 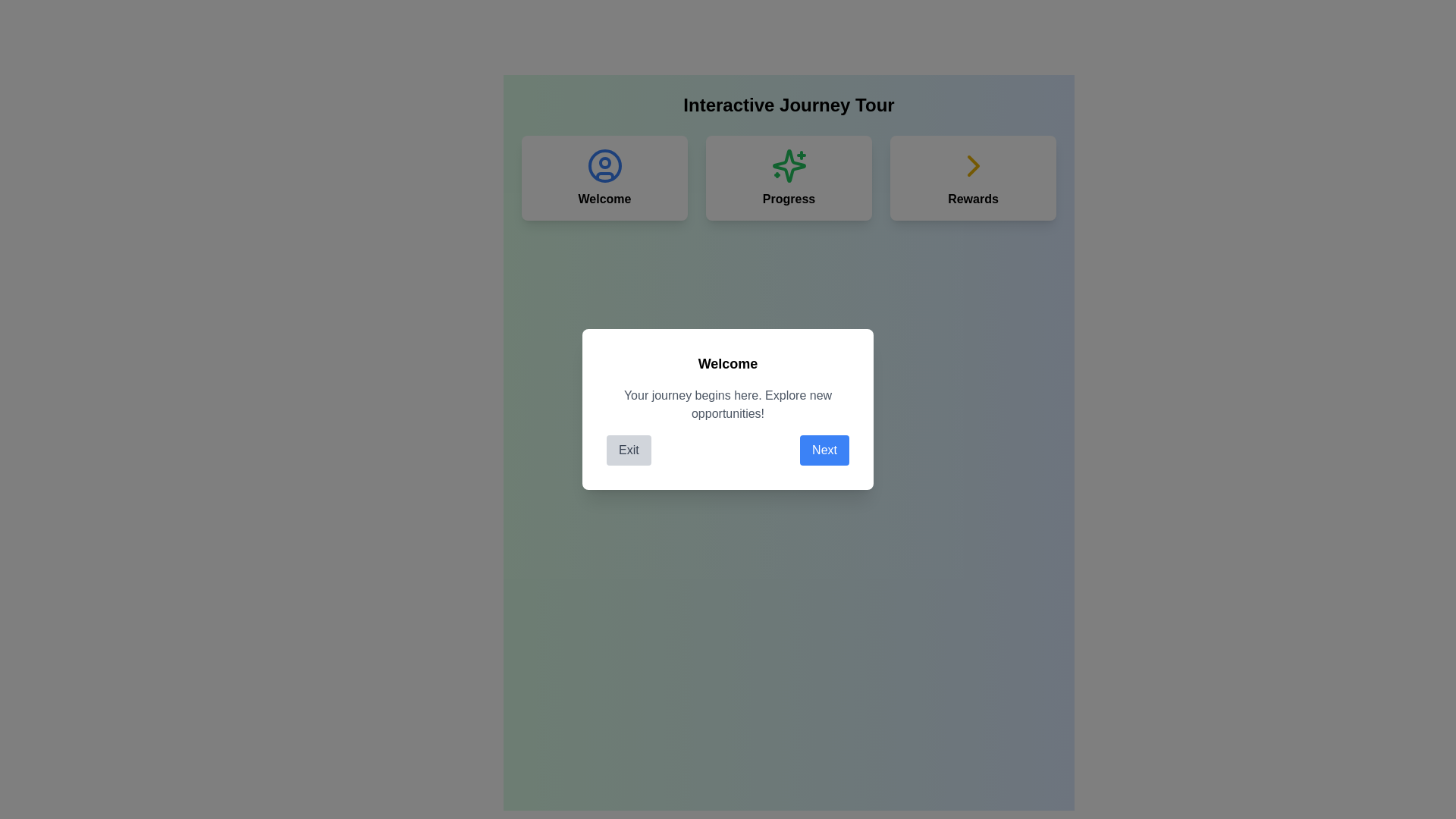 What do you see at coordinates (728, 403) in the screenshot?
I see `the motivational informational text that is positioned below the title 'Welcome' and above the buttons 'Exit' and 'Next'` at bounding box center [728, 403].